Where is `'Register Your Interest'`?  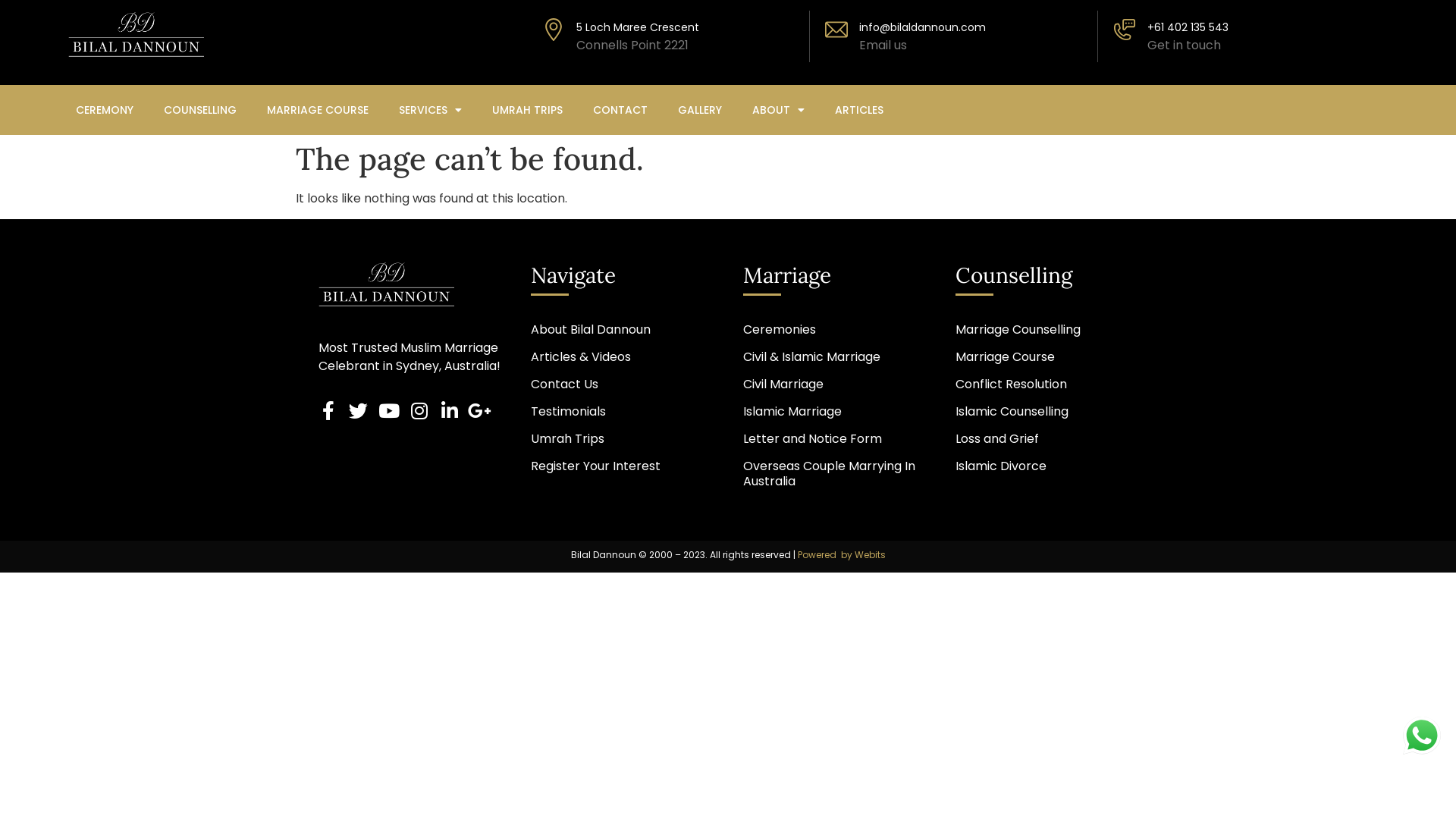
'Register Your Interest' is located at coordinates (622, 465).